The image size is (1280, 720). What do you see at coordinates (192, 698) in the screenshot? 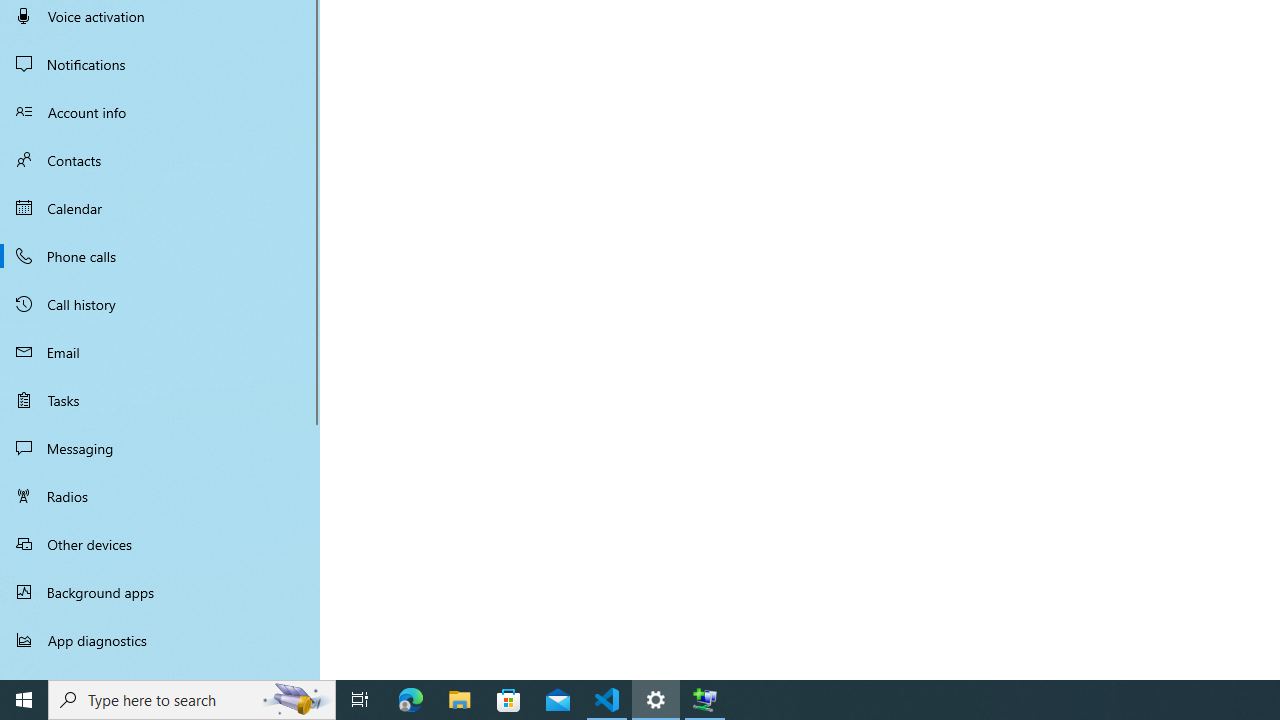
I see `'Type here to search'` at bounding box center [192, 698].